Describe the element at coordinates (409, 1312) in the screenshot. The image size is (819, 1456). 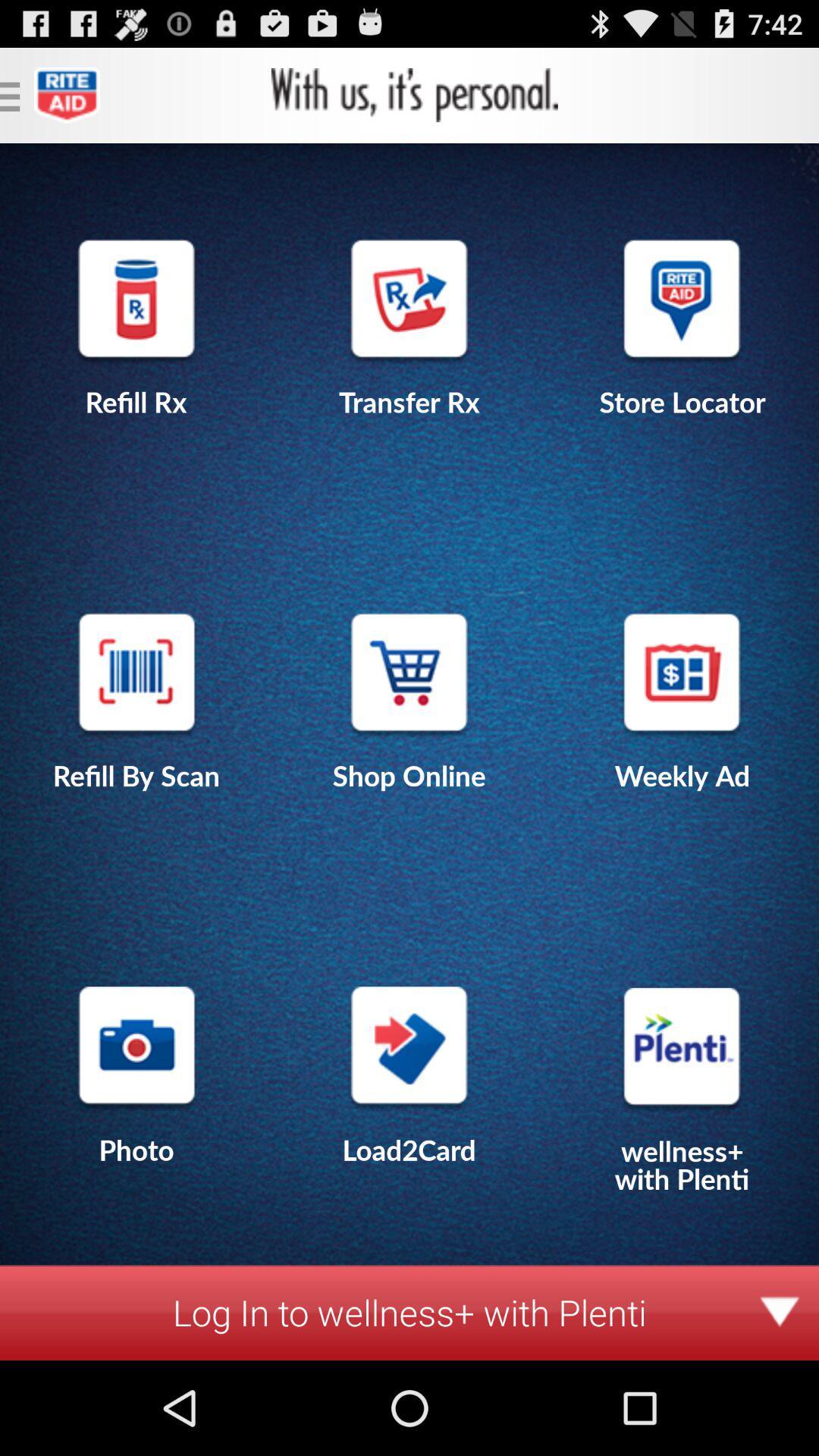
I see `log in to` at that location.